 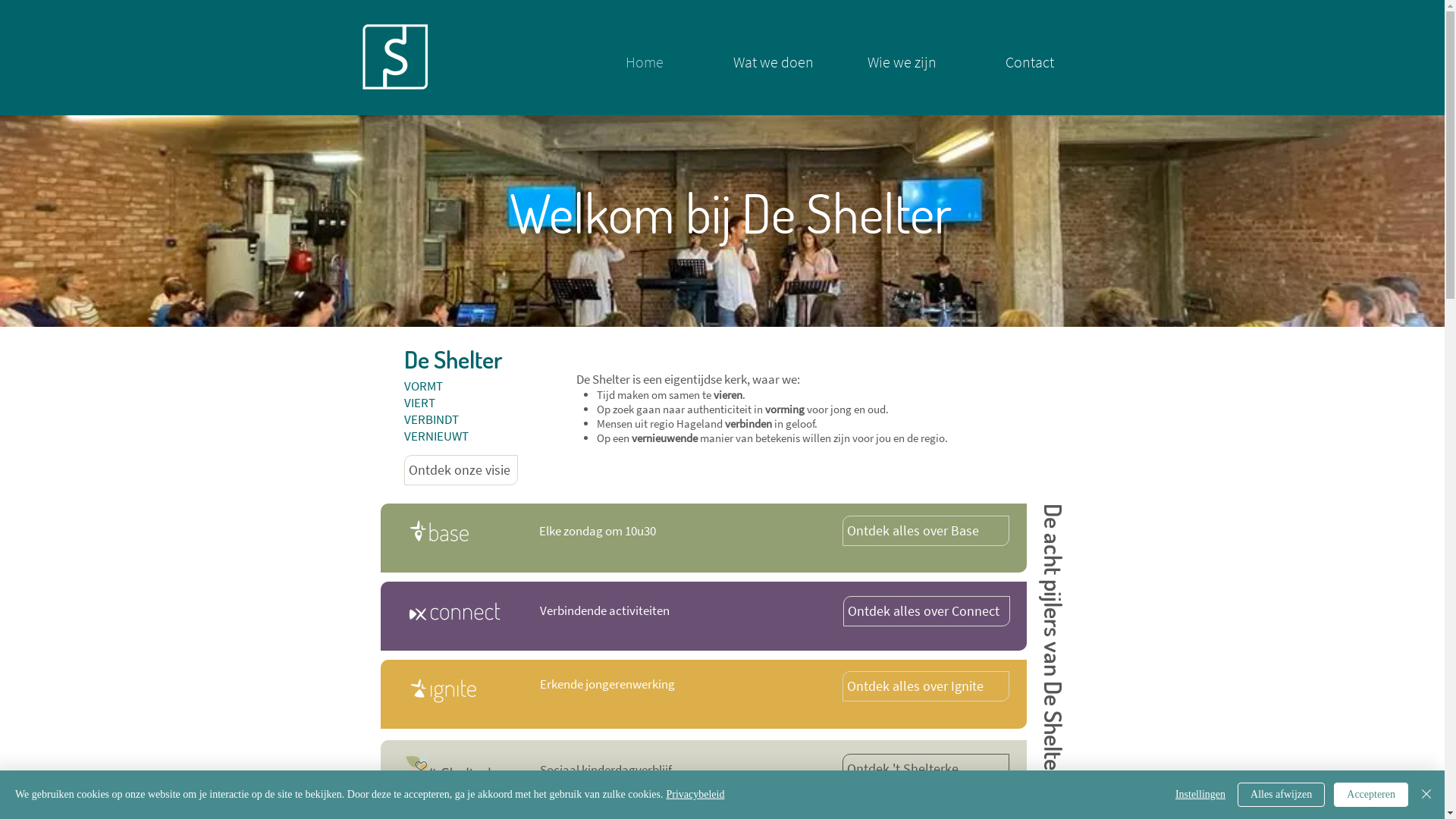 What do you see at coordinates (840, 686) in the screenshot?
I see `'Ontdek alles over Ignite'` at bounding box center [840, 686].